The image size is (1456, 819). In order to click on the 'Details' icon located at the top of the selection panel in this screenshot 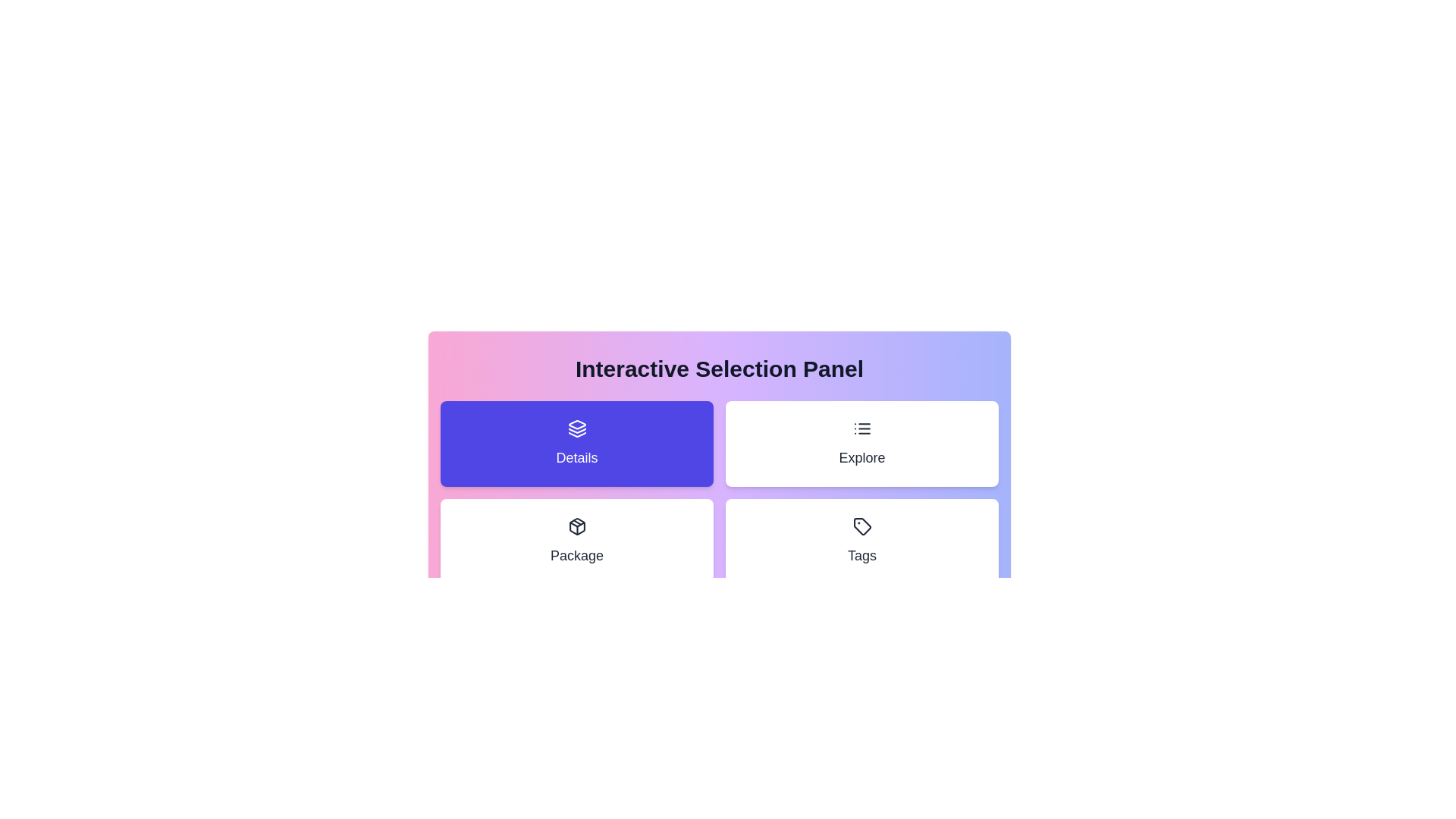, I will do `click(576, 428)`.